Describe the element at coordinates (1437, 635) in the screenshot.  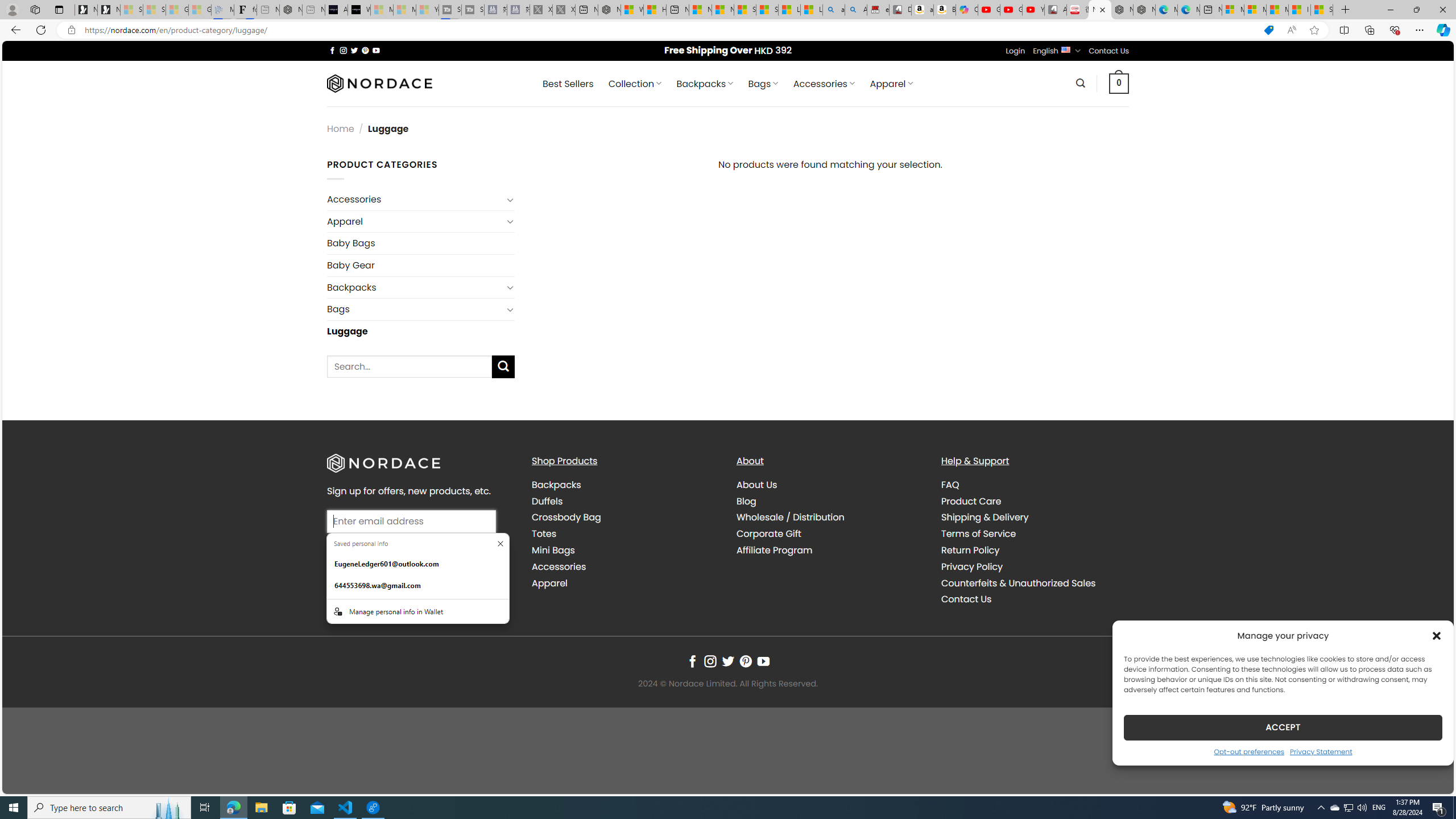
I see `'Class: cmplz-close'` at that location.